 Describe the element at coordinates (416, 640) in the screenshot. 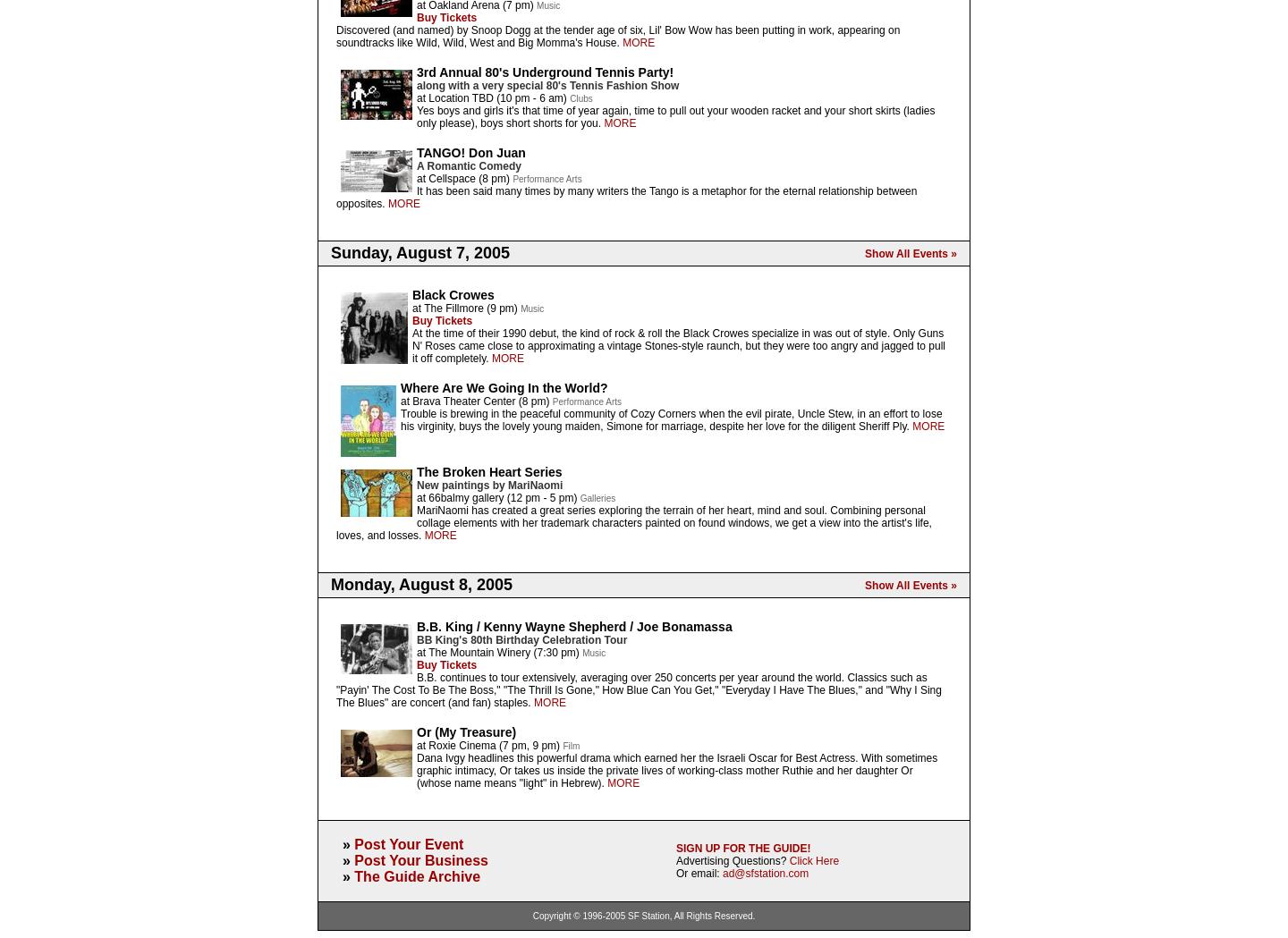

I see `'BB King's 80th Birthday Celebration Tour'` at that location.